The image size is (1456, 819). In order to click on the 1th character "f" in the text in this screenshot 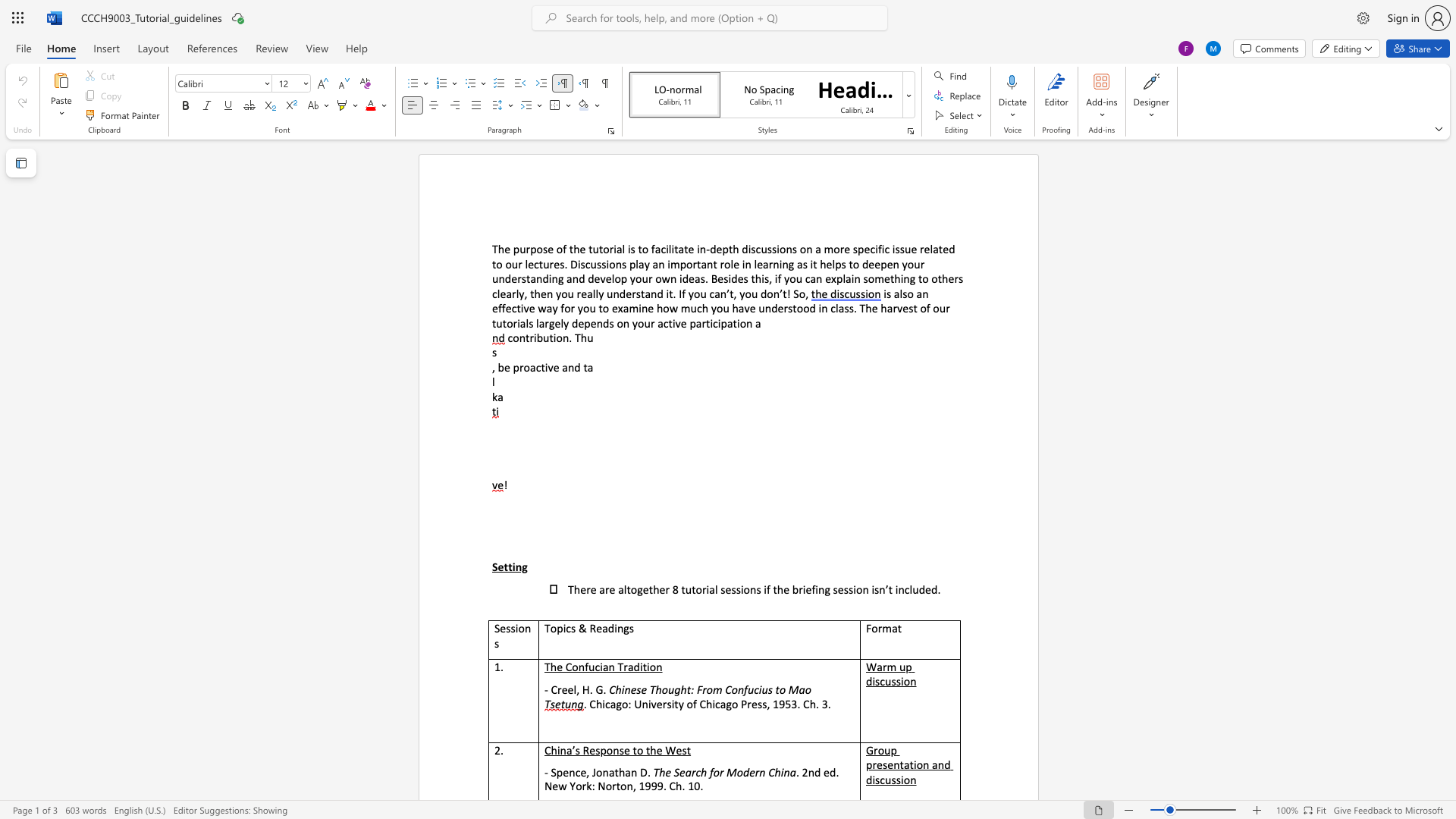, I will do `click(653, 248)`.